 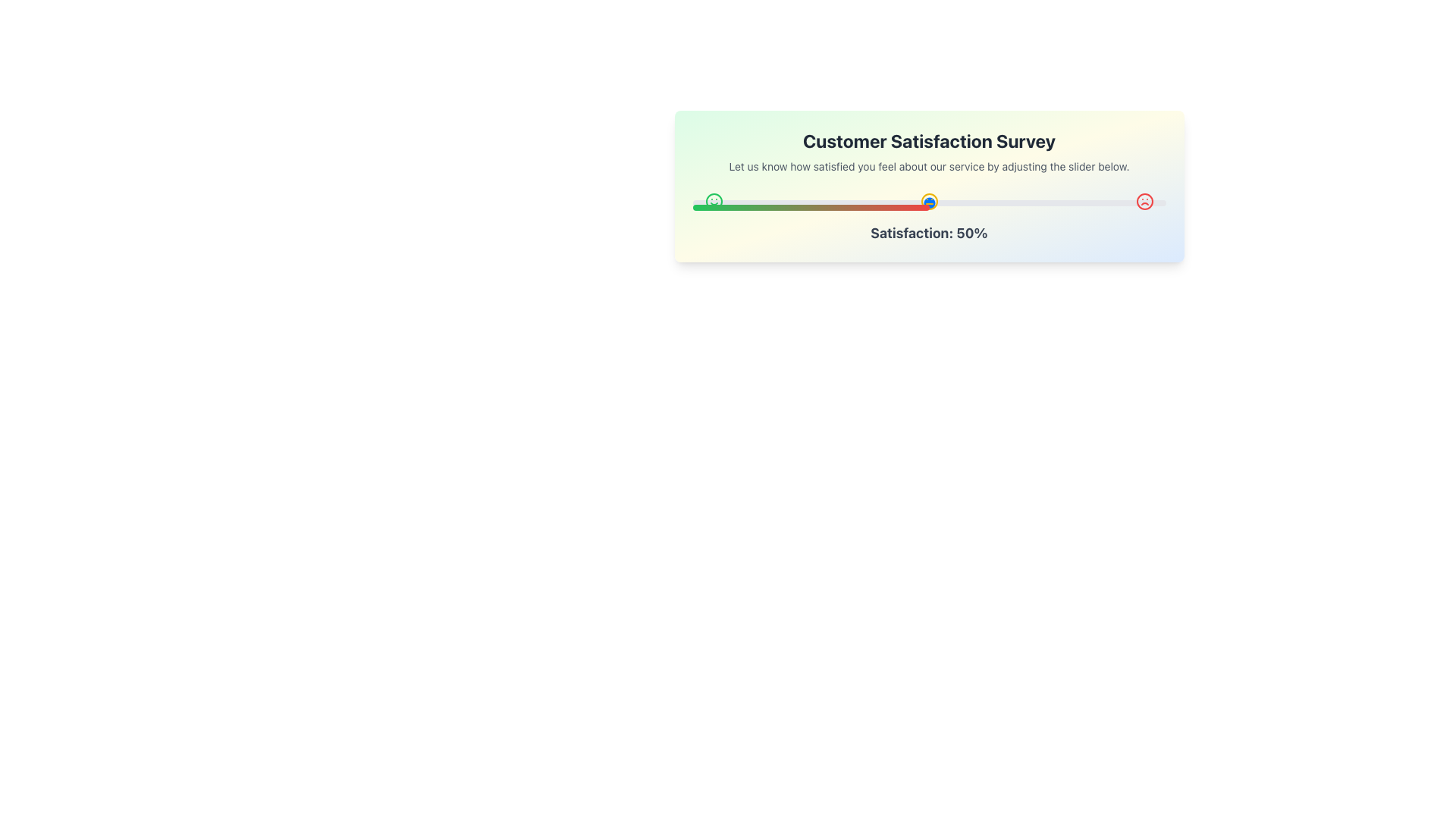 What do you see at coordinates (810, 207) in the screenshot?
I see `the Progress Bar that visually represents the current satisfaction level chosen by the user, located at the bottom part of the satisfaction survey module` at bounding box center [810, 207].